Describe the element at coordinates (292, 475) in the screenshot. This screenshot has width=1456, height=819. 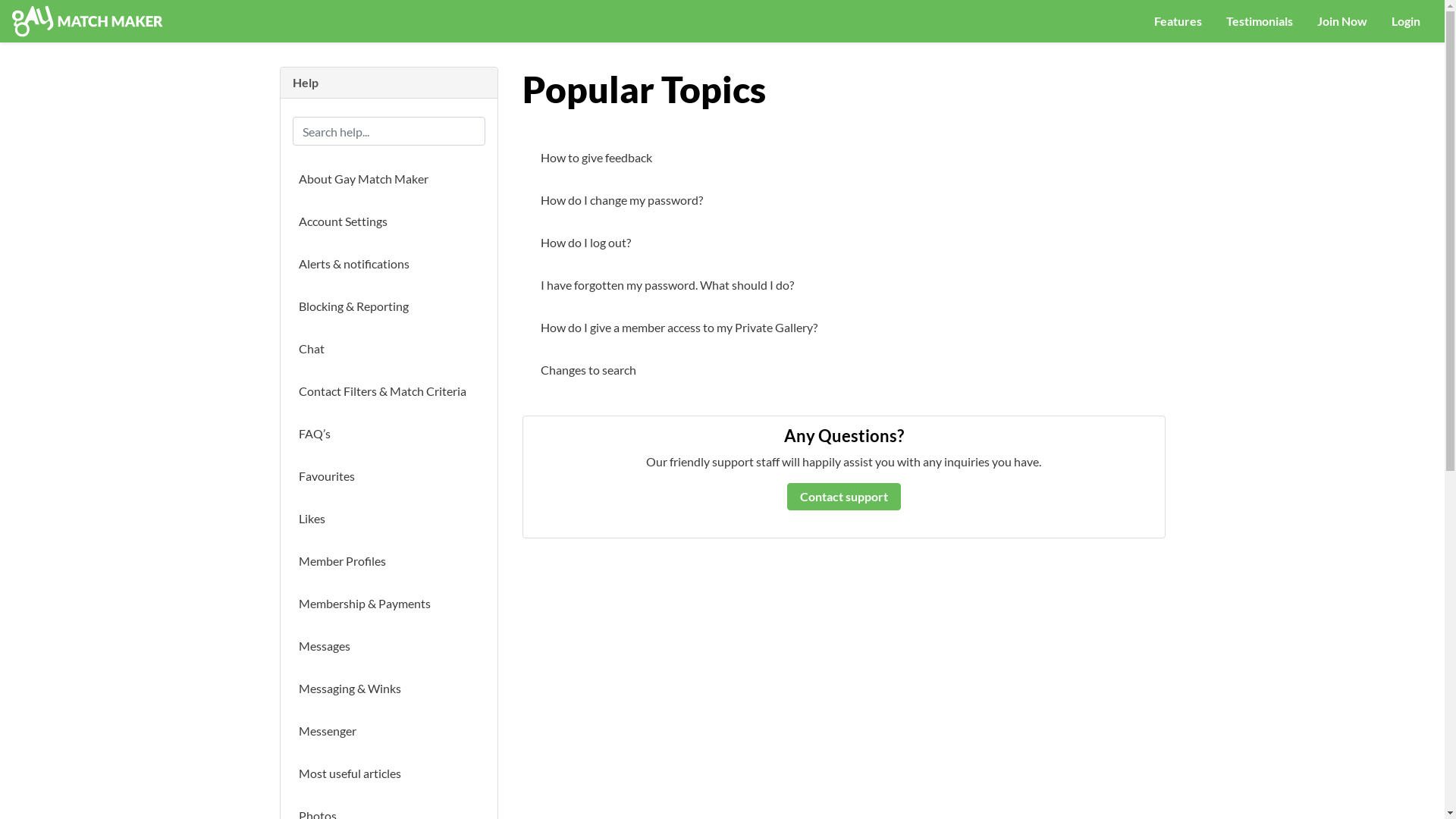
I see `'Favourites'` at that location.